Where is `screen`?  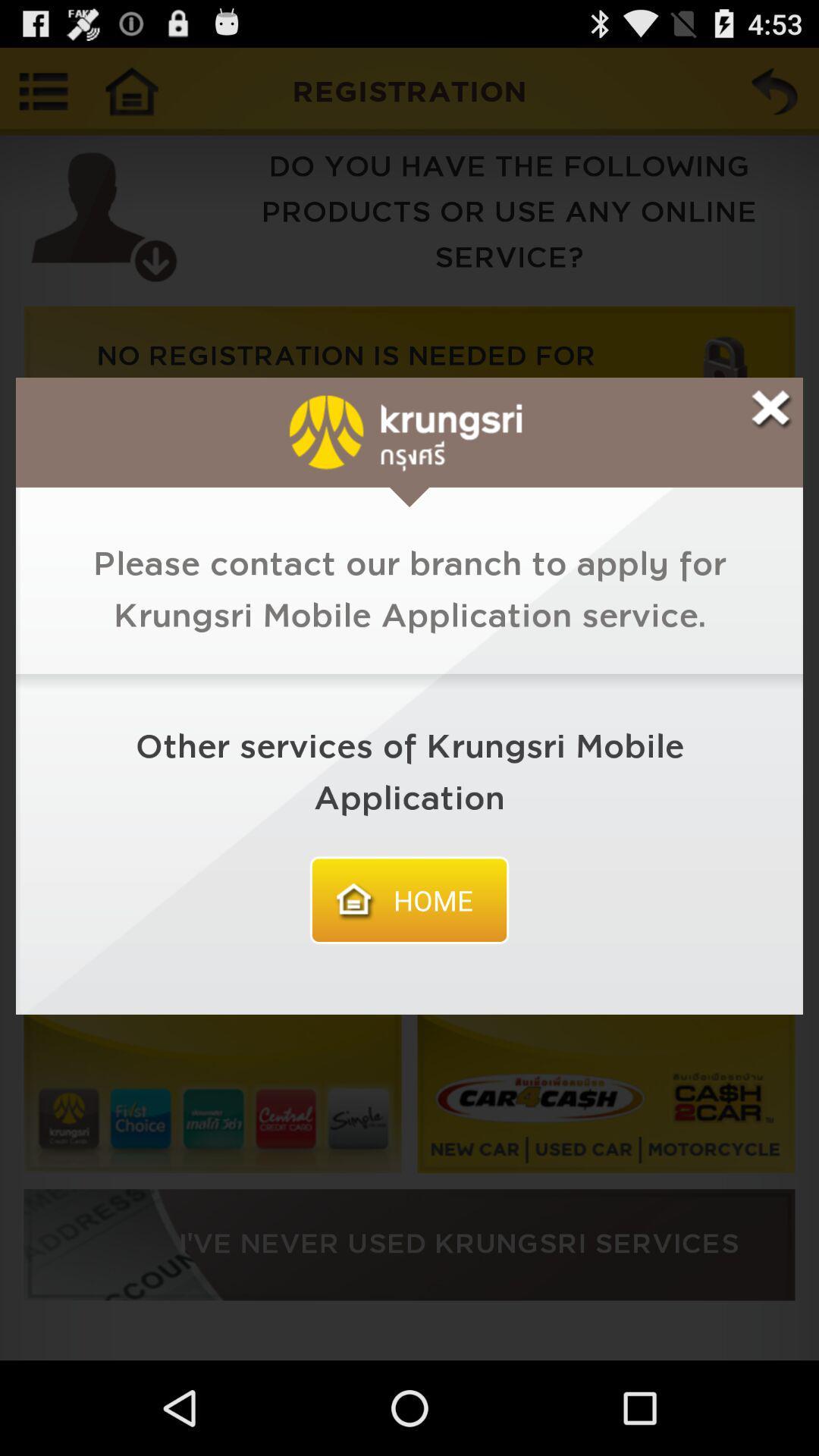 screen is located at coordinates (771, 409).